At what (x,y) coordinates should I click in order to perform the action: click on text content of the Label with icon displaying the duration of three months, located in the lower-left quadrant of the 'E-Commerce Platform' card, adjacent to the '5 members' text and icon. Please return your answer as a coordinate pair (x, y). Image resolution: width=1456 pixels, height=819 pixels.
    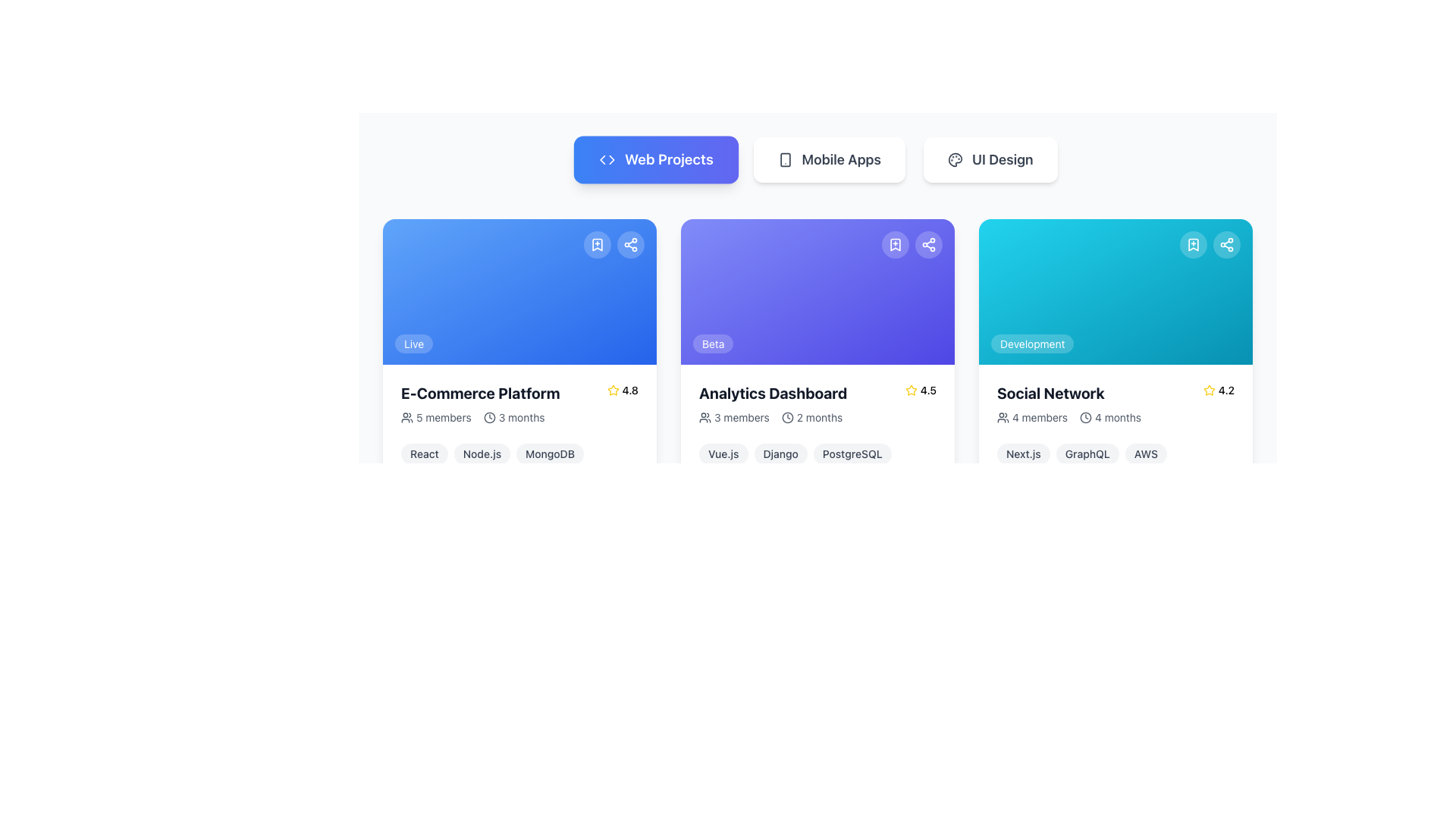
    Looking at the image, I should click on (514, 418).